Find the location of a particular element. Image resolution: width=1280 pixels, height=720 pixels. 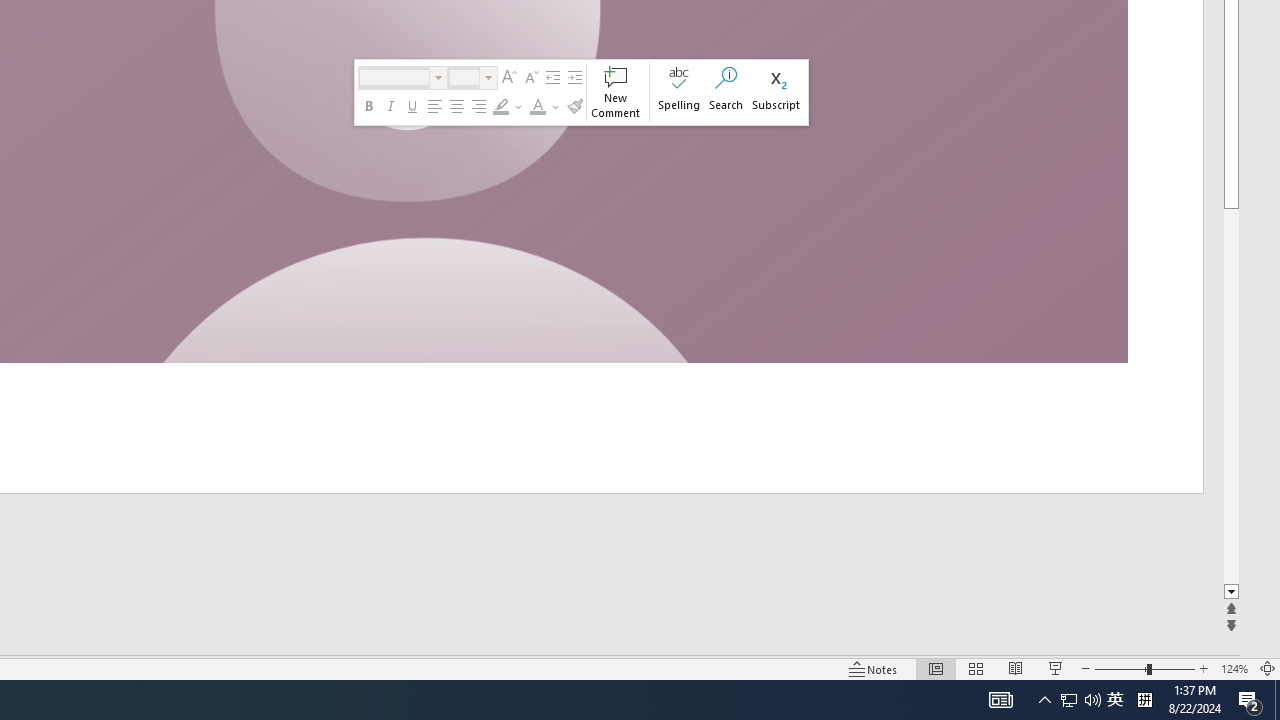

'Underline' is located at coordinates (411, 106).